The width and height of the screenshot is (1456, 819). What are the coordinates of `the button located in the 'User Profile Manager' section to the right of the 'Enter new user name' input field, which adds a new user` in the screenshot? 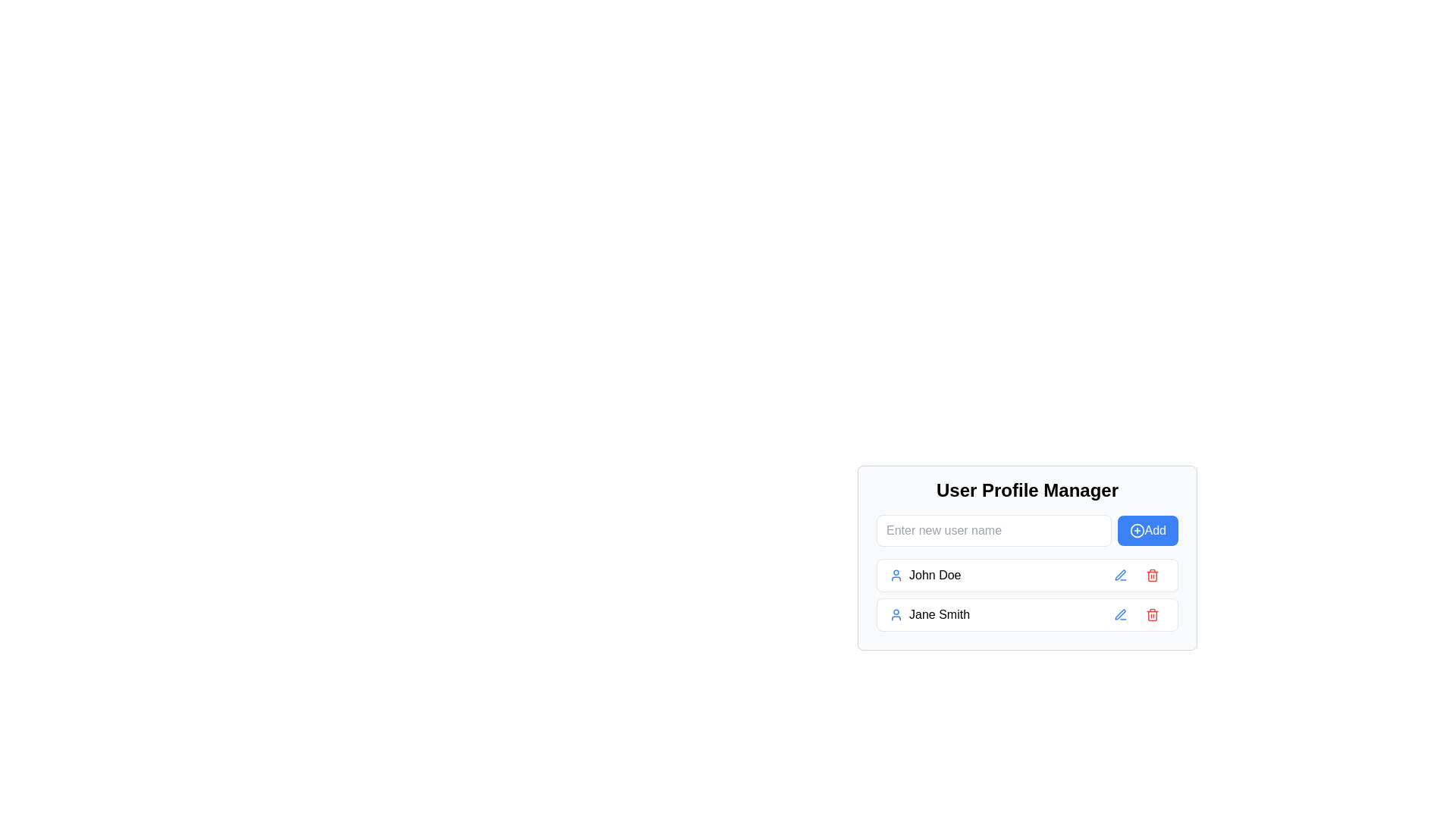 It's located at (1147, 529).